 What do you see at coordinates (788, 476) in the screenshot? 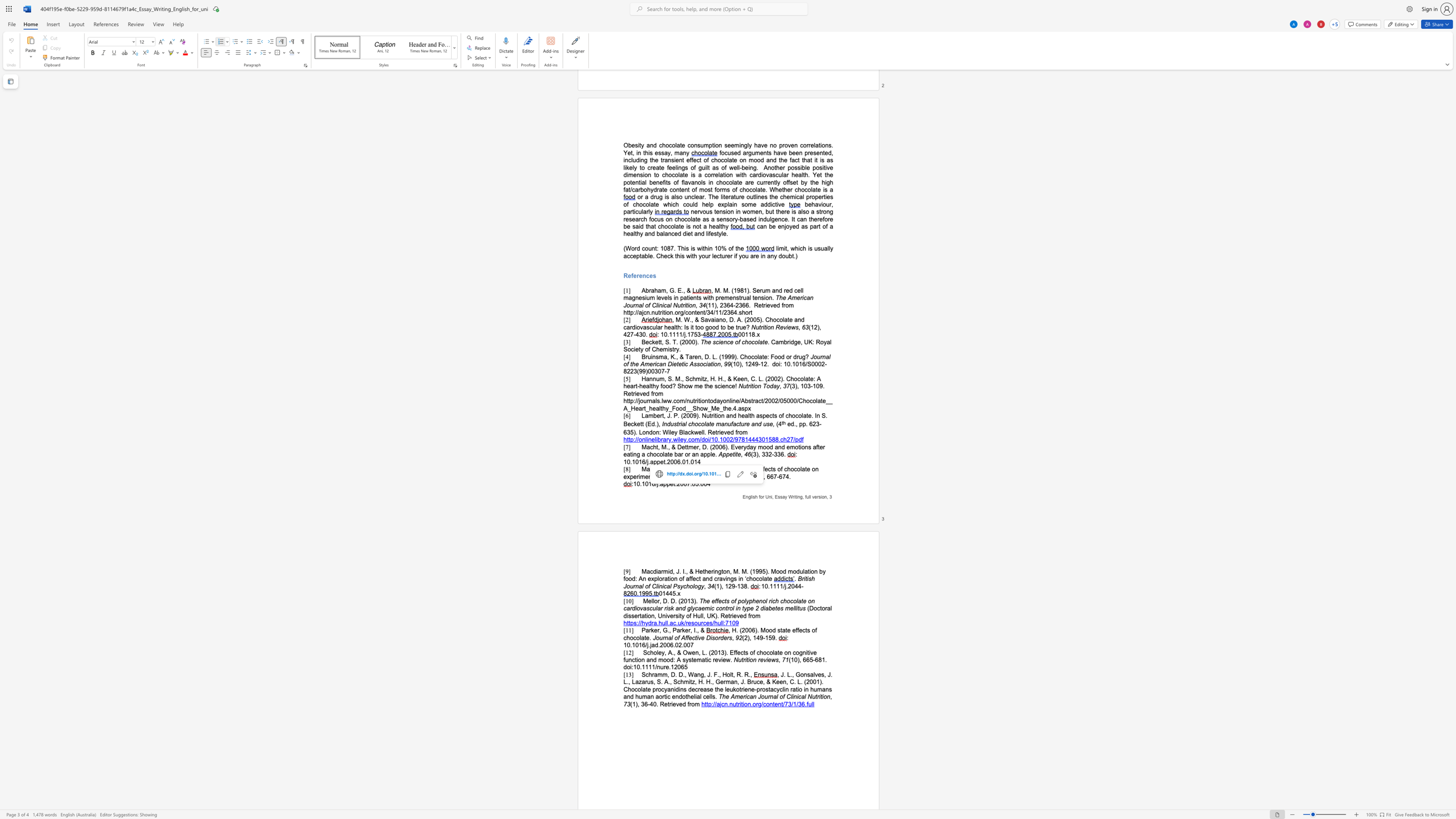
I see `the space between the continuous character "4" and "." in the text` at bounding box center [788, 476].